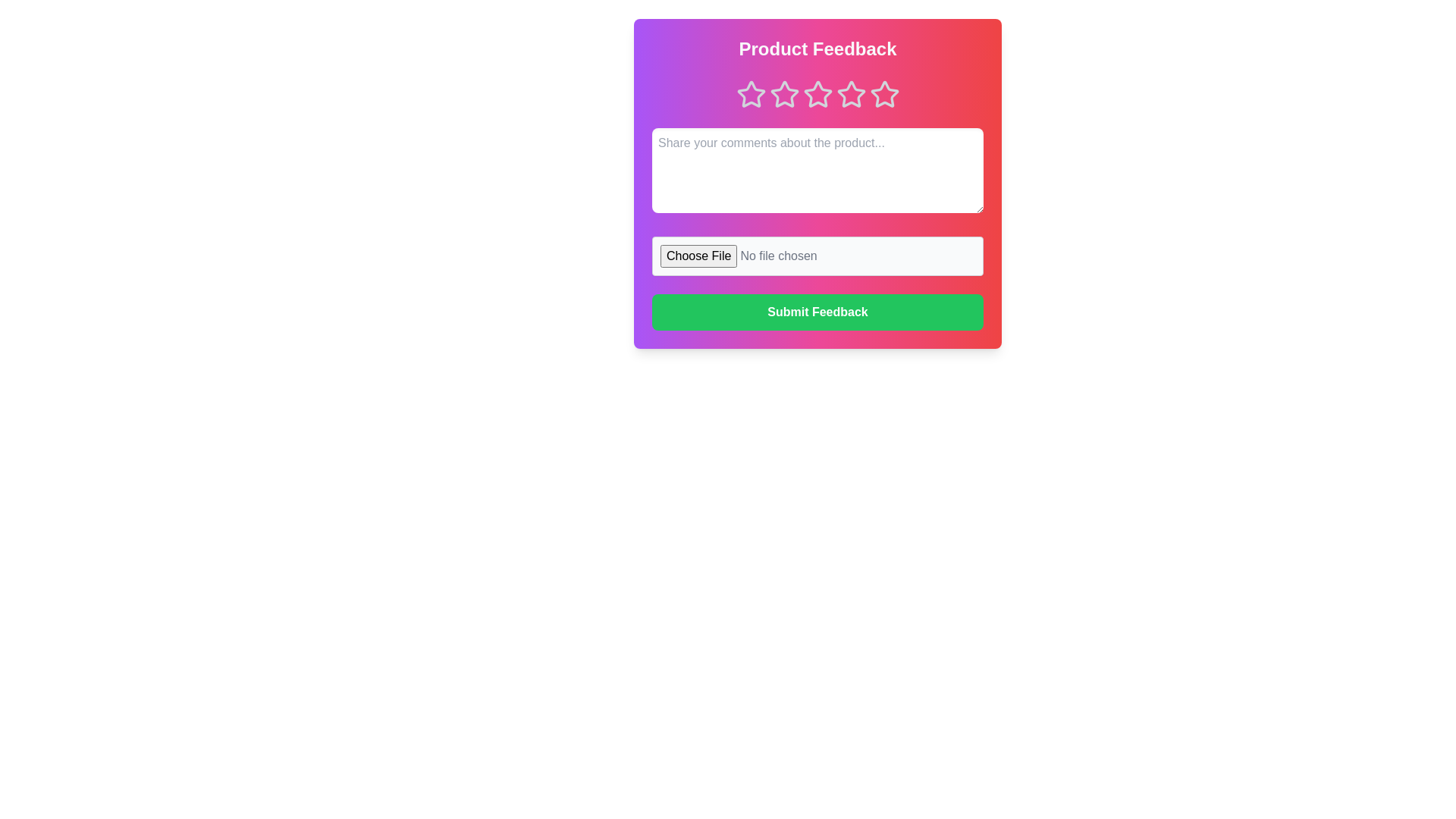  What do you see at coordinates (817, 312) in the screenshot?
I see `the 'Submit Feedback' button located at the bottom of the 'Product Feedback' form` at bounding box center [817, 312].